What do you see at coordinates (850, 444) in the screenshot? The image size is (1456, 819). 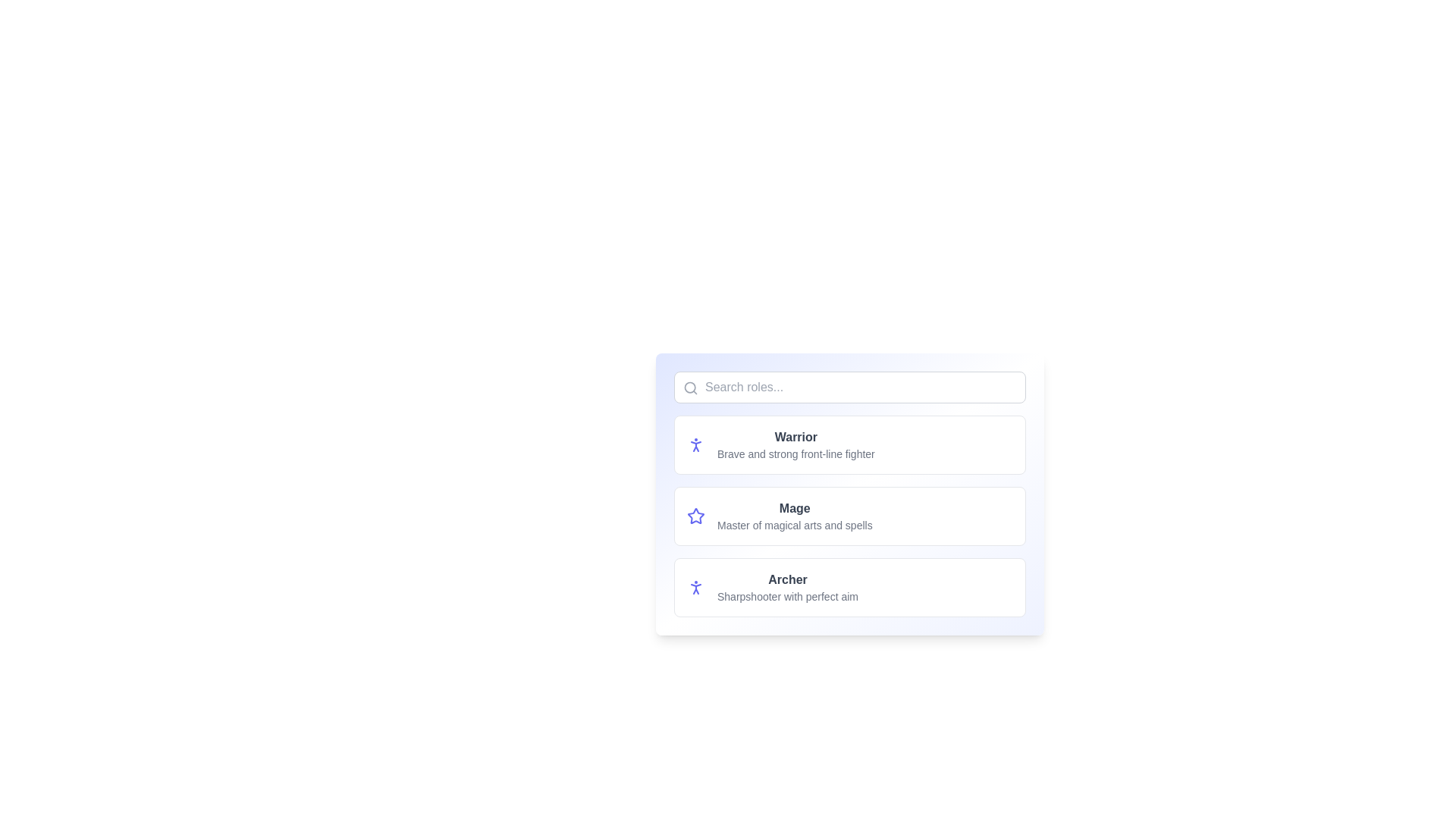 I see `the selectable item labeled 'Warrior'` at bounding box center [850, 444].